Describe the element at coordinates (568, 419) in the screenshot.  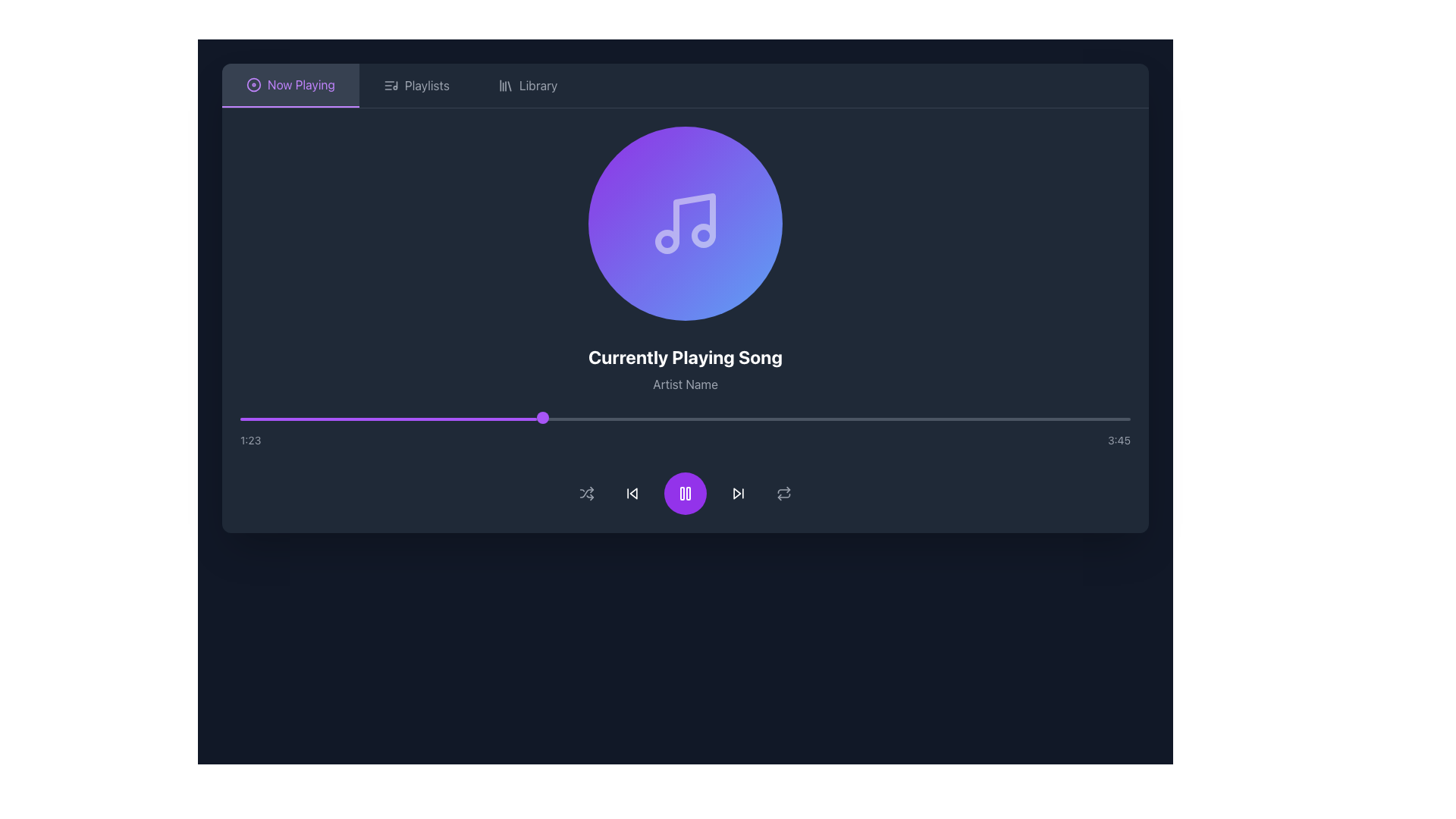
I see `the playback position` at that location.